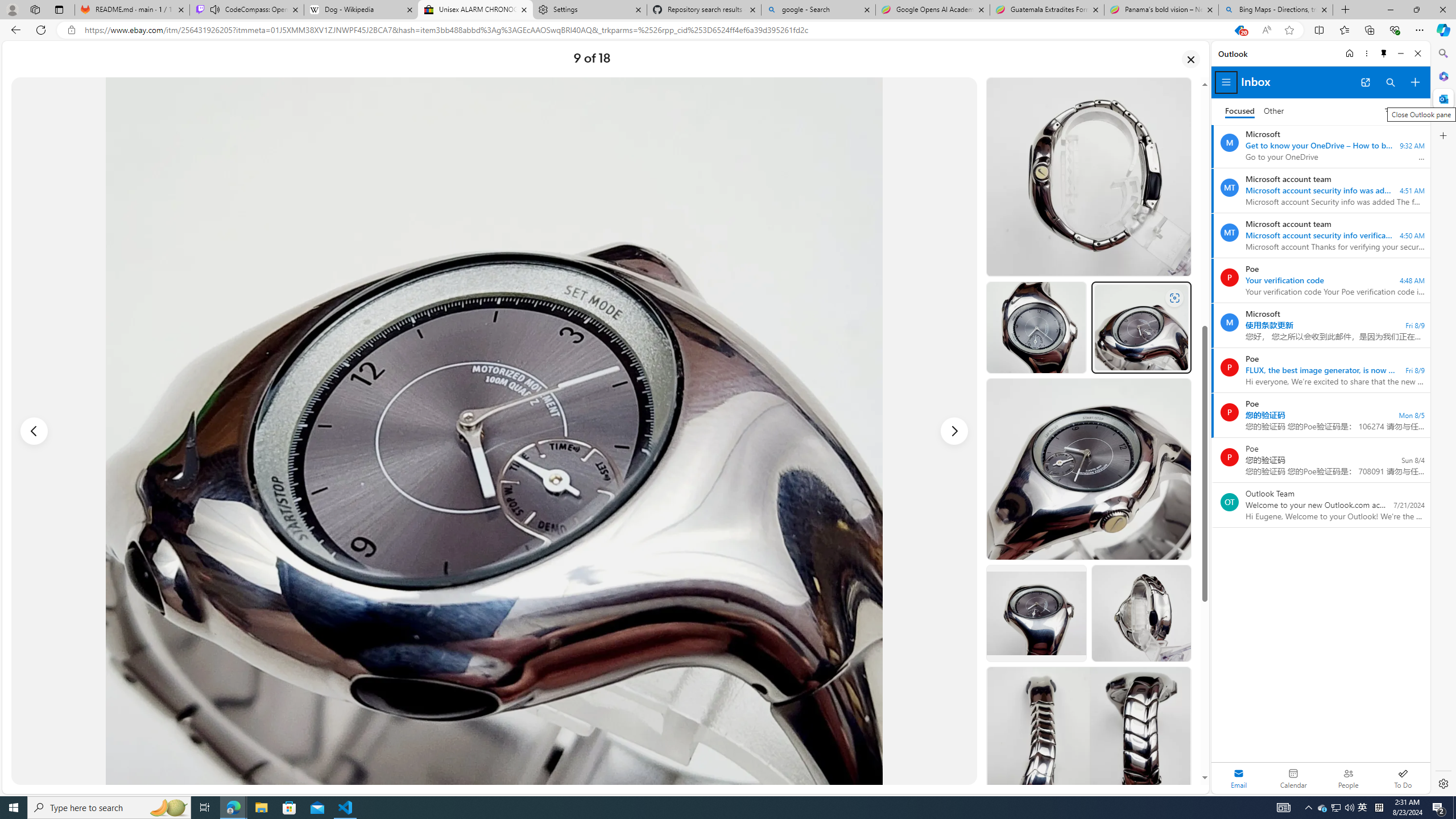  Describe the element at coordinates (1366, 82) in the screenshot. I see `'Open in new tab'` at that location.